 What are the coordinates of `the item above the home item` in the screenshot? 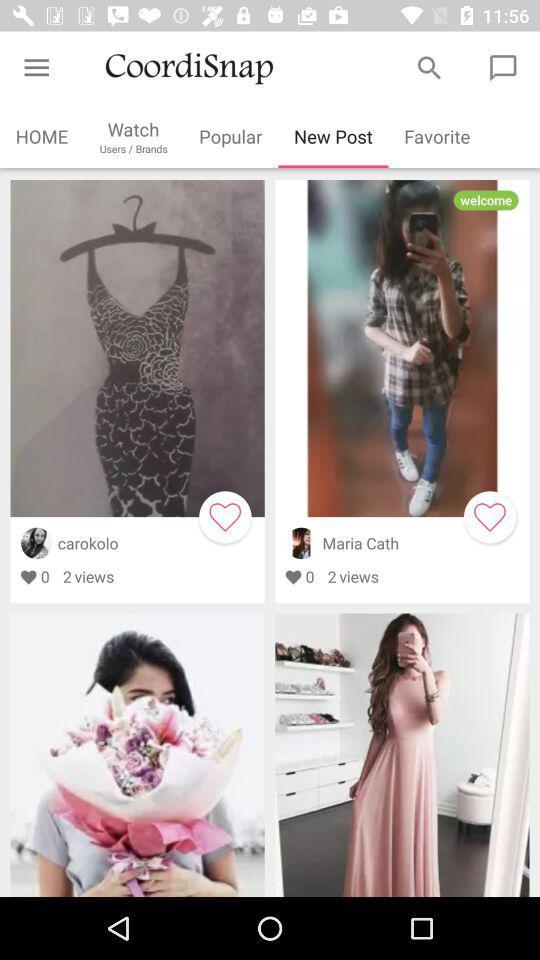 It's located at (36, 68).